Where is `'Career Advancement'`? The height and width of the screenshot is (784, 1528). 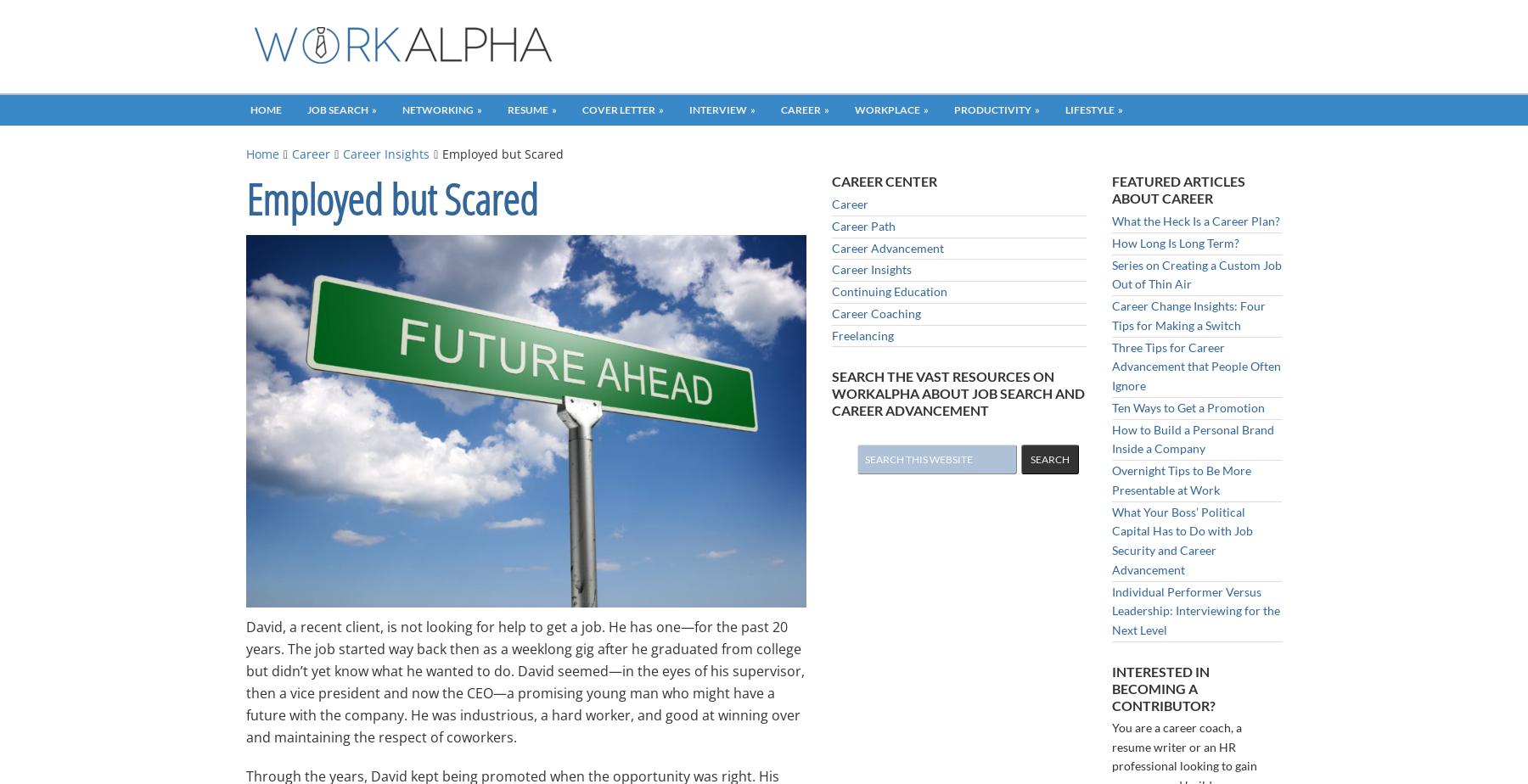 'Career Advancement' is located at coordinates (887, 247).